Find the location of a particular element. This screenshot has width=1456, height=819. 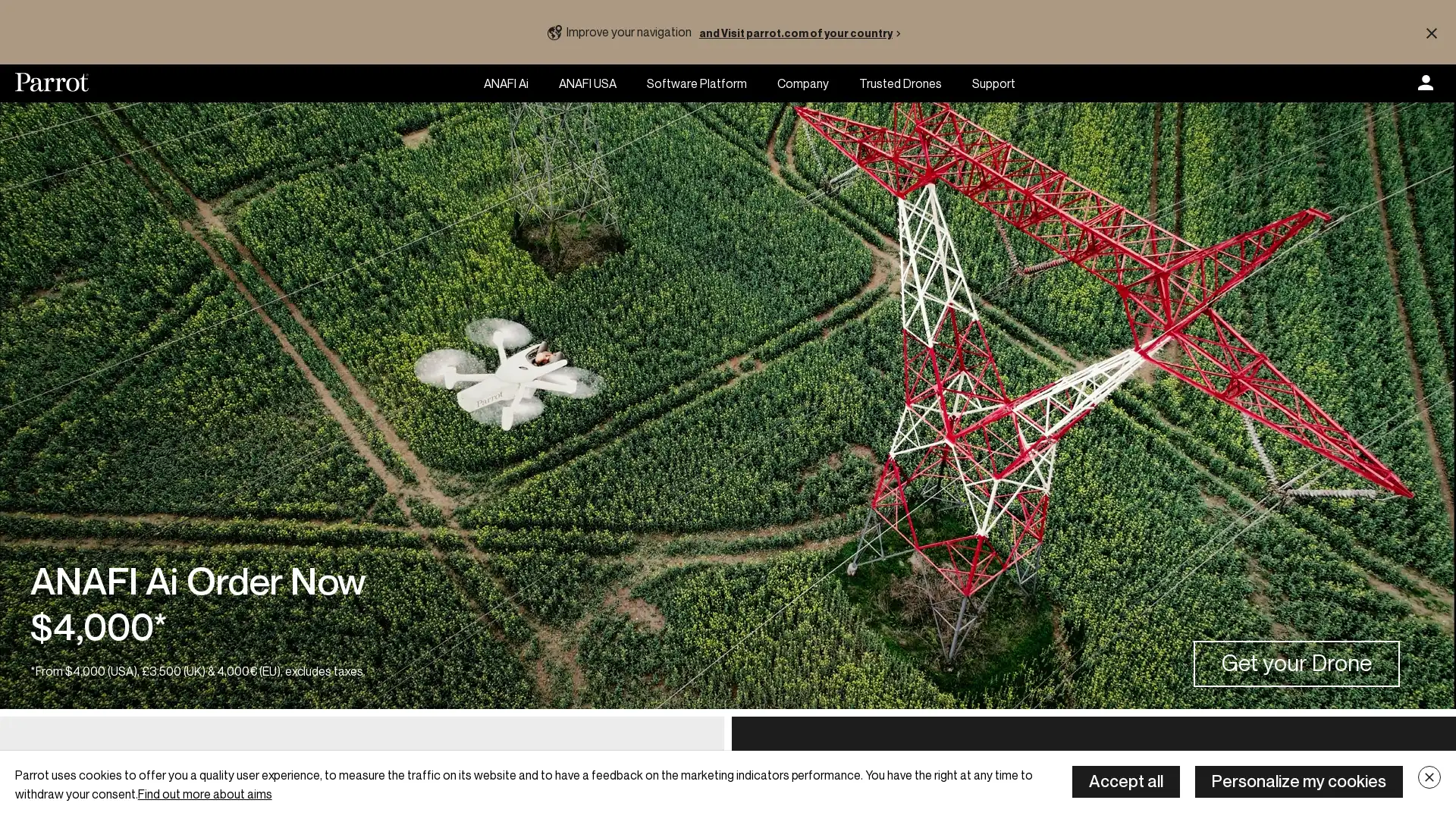

and Visit parrot.com of your country go to my shop is located at coordinates (802, 32).